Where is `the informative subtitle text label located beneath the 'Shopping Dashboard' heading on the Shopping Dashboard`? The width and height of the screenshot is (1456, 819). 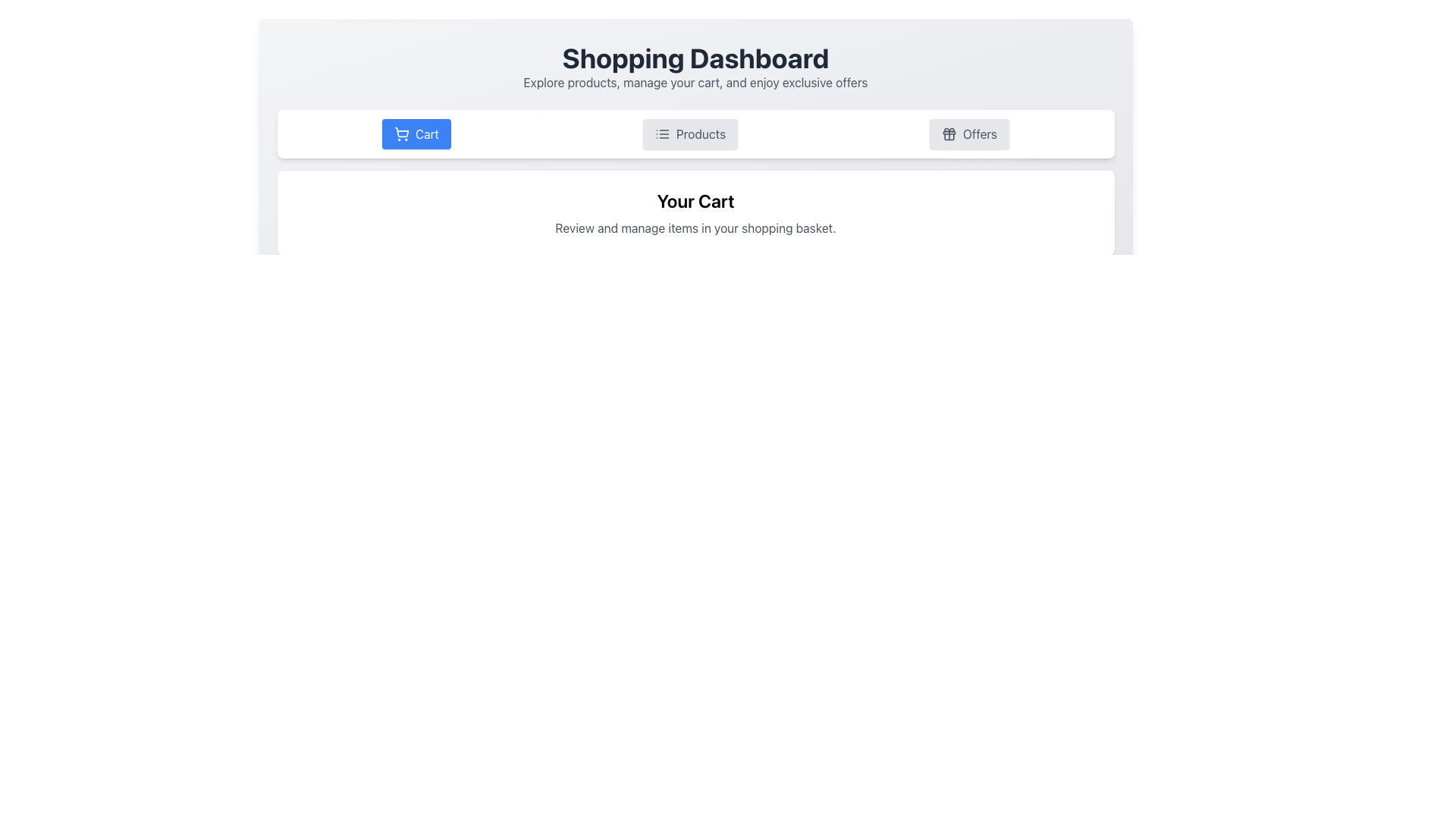
the informative subtitle text label located beneath the 'Shopping Dashboard' heading on the Shopping Dashboard is located at coordinates (695, 82).